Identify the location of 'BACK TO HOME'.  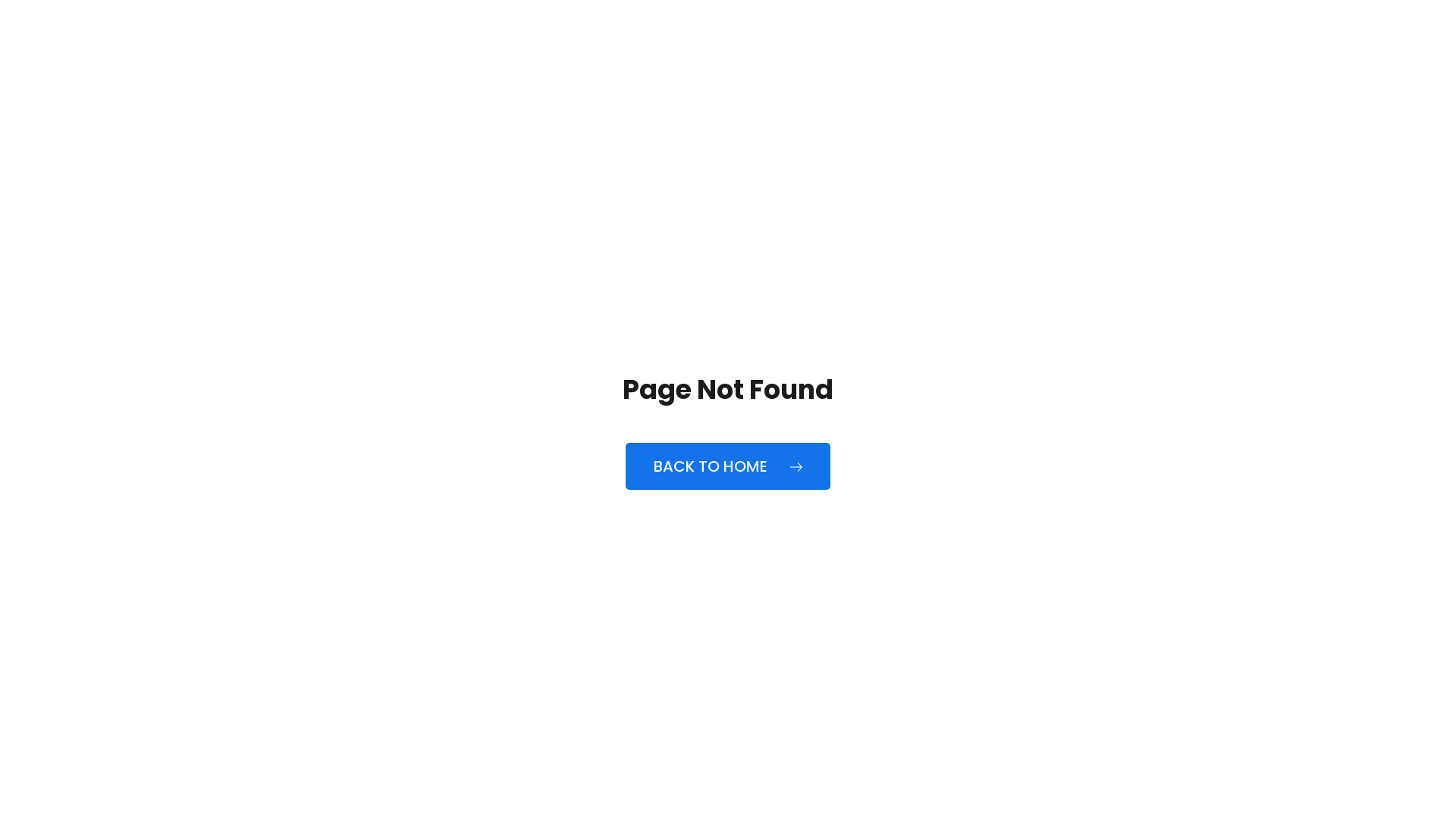
(728, 465).